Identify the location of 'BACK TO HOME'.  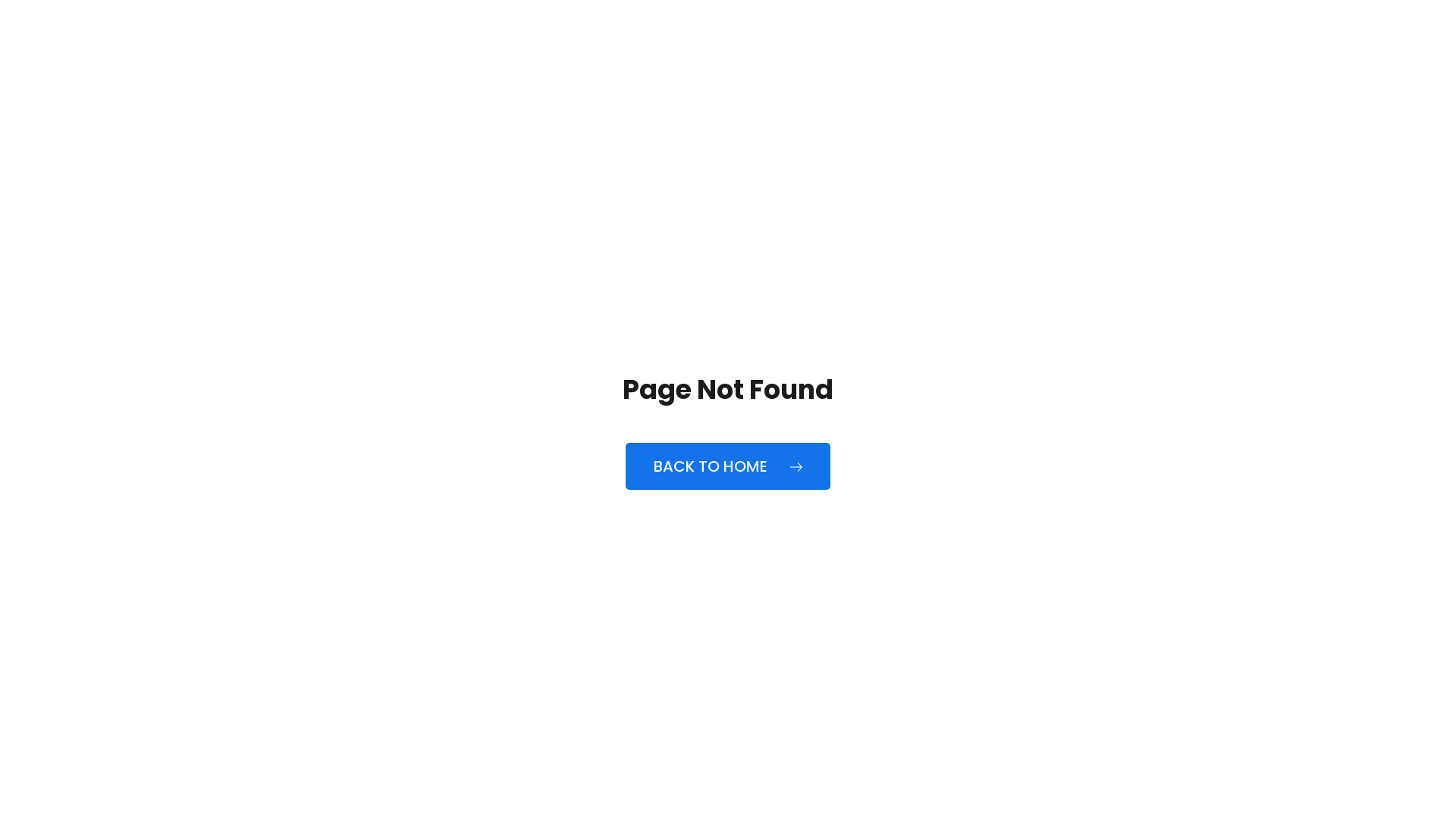
(728, 465).